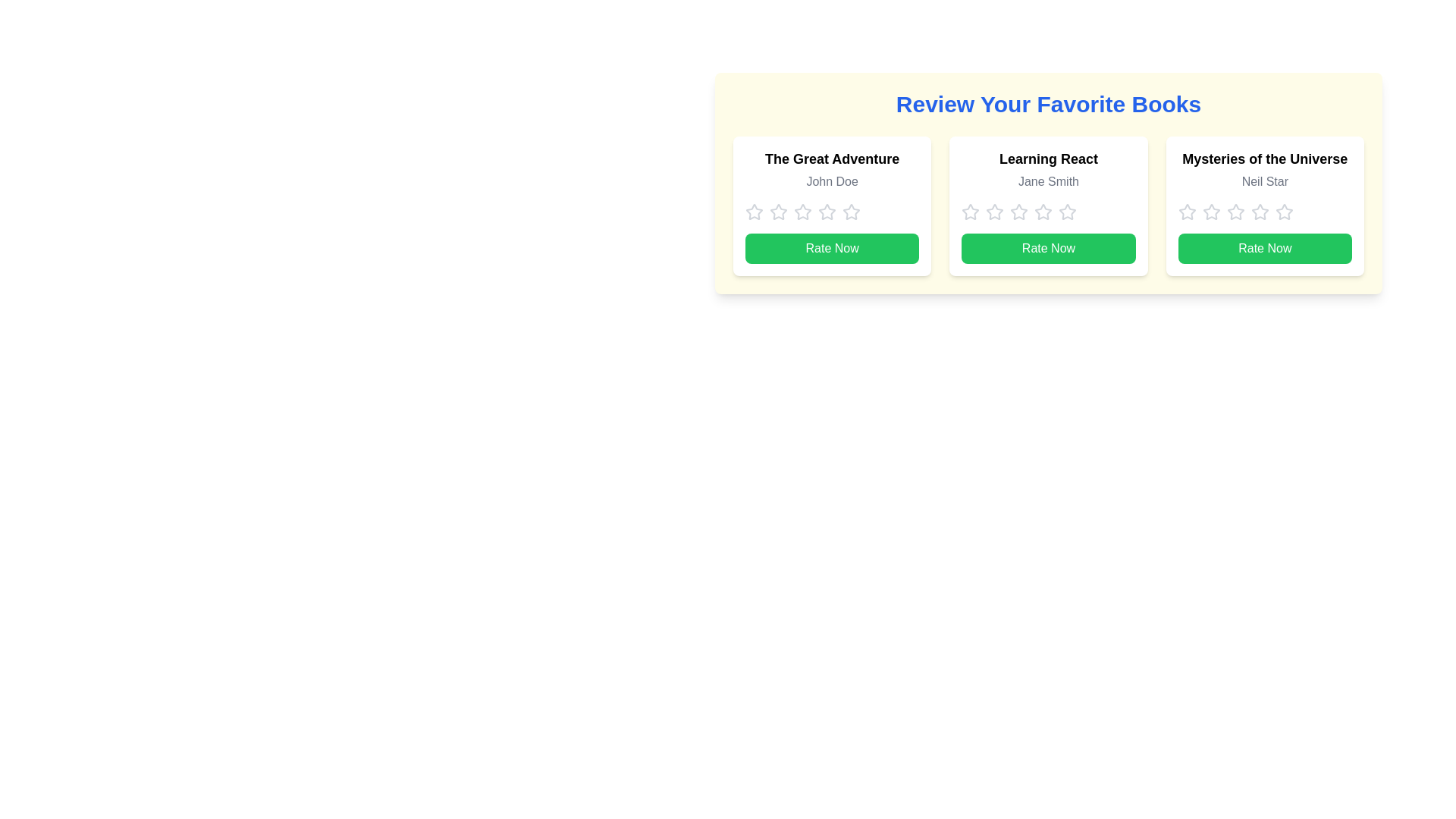 The image size is (1456, 819). I want to click on the second star icon for rating selection associated with the book 'Mysteries of the Universe' by Neil Star, so click(1210, 212).